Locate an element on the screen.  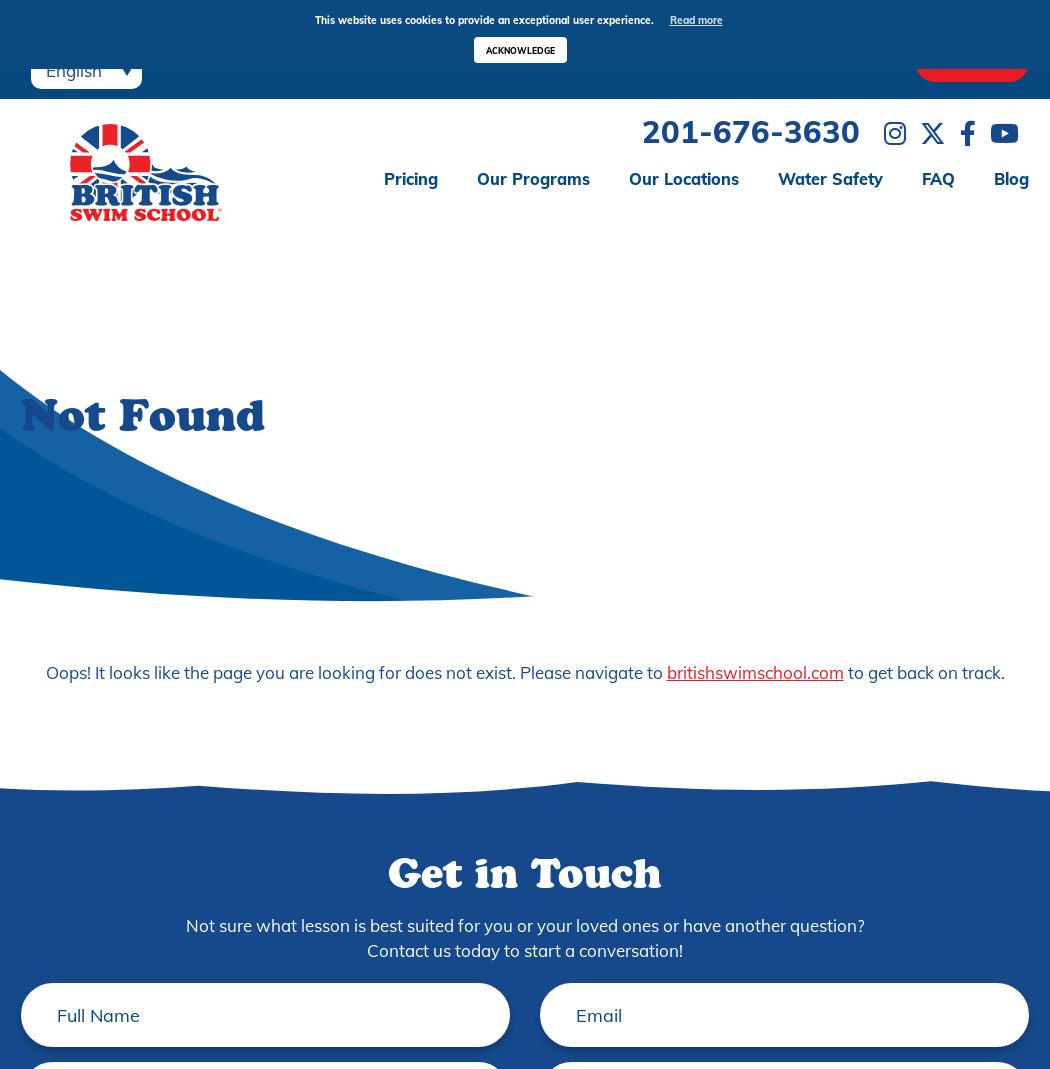
'Oops! It looks like the page you are looking for does not exist. Please navigate to' is located at coordinates (354, 670).